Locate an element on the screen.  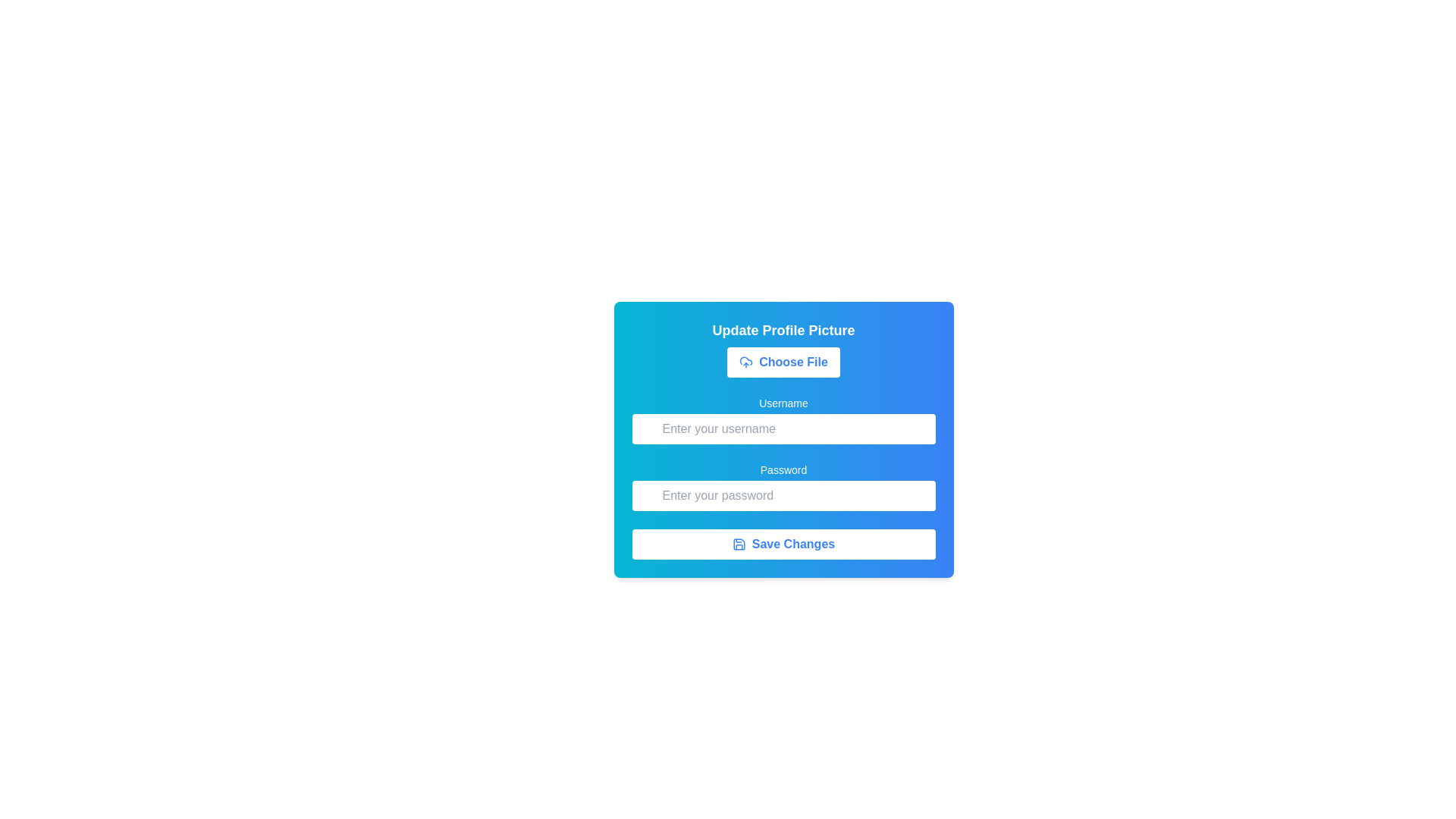
the 'Username' text label, which is a medium-sized white font label located at the top-middle of the form interface with a blue background gradient is located at coordinates (783, 403).